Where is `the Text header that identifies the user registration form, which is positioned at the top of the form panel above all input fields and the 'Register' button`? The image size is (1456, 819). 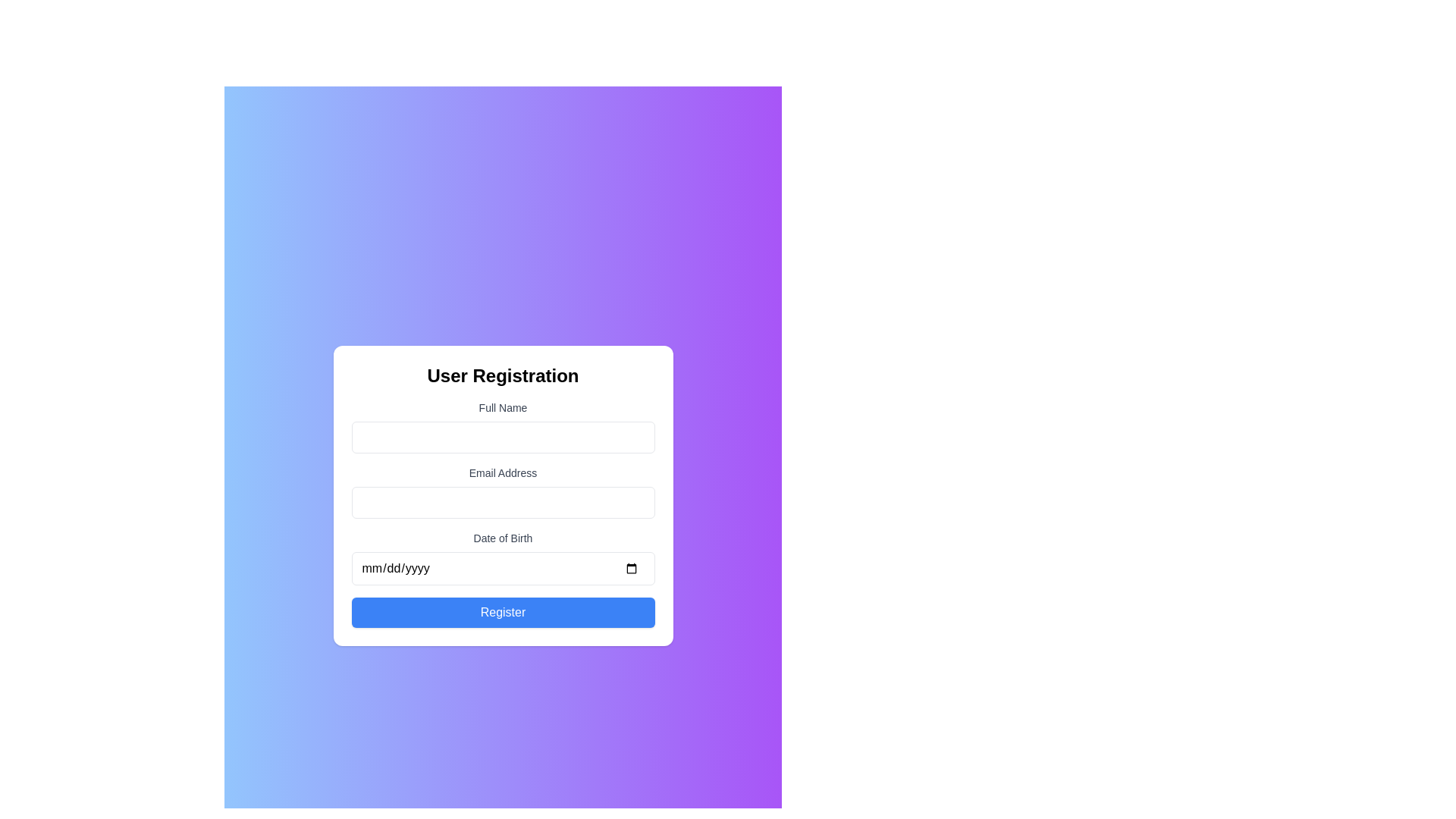 the Text header that identifies the user registration form, which is positioned at the top of the form panel above all input fields and the 'Register' button is located at coordinates (503, 375).